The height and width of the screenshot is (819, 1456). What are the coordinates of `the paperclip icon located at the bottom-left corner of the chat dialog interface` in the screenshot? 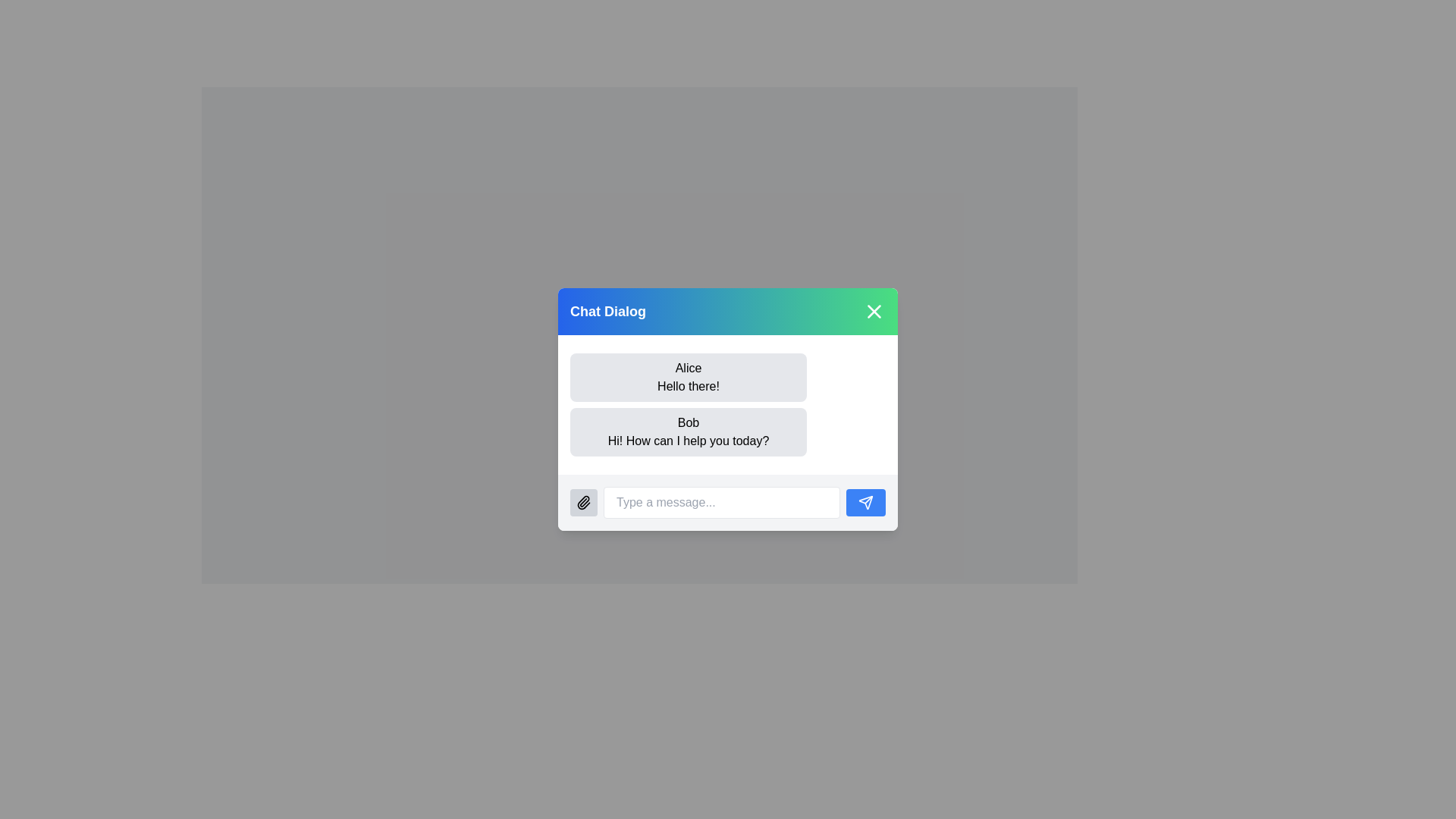 It's located at (582, 503).